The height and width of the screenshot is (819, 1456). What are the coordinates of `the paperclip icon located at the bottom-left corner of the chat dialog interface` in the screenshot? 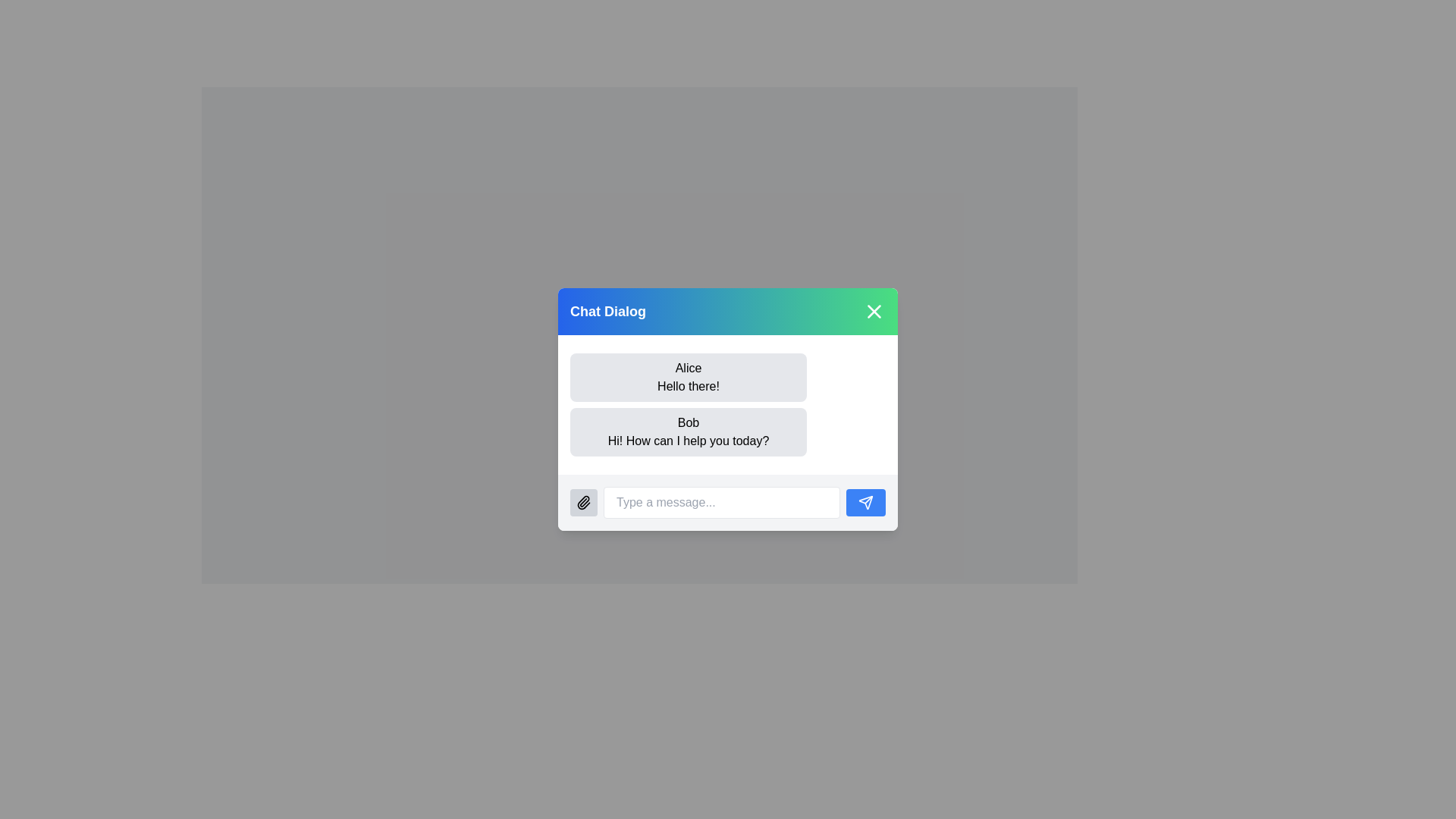 It's located at (582, 503).